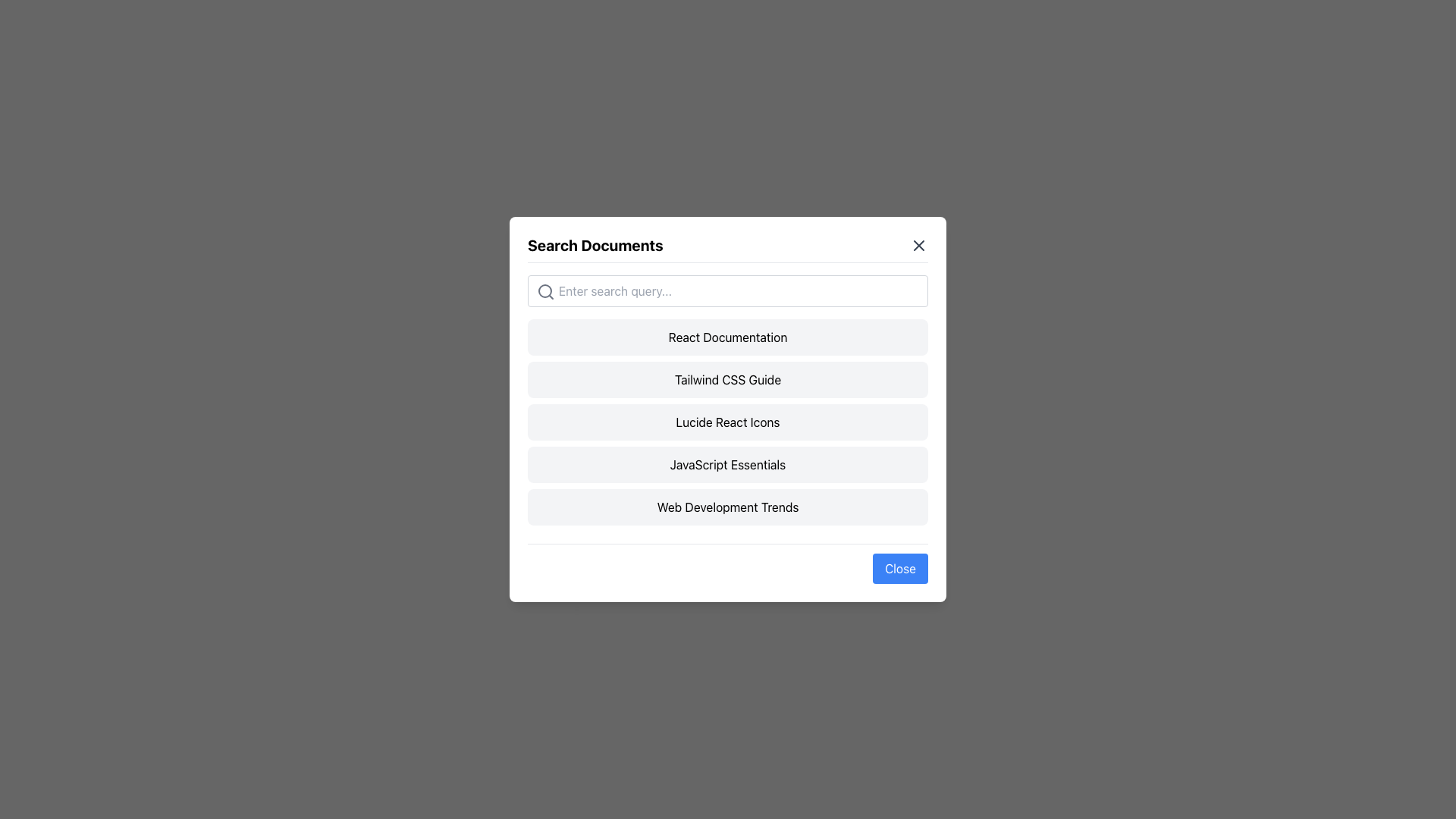  I want to click on the 'Tailwind CSS Guide' button located in the modal titled 'Search Documents', which is the second button in a vertical list, so click(728, 379).